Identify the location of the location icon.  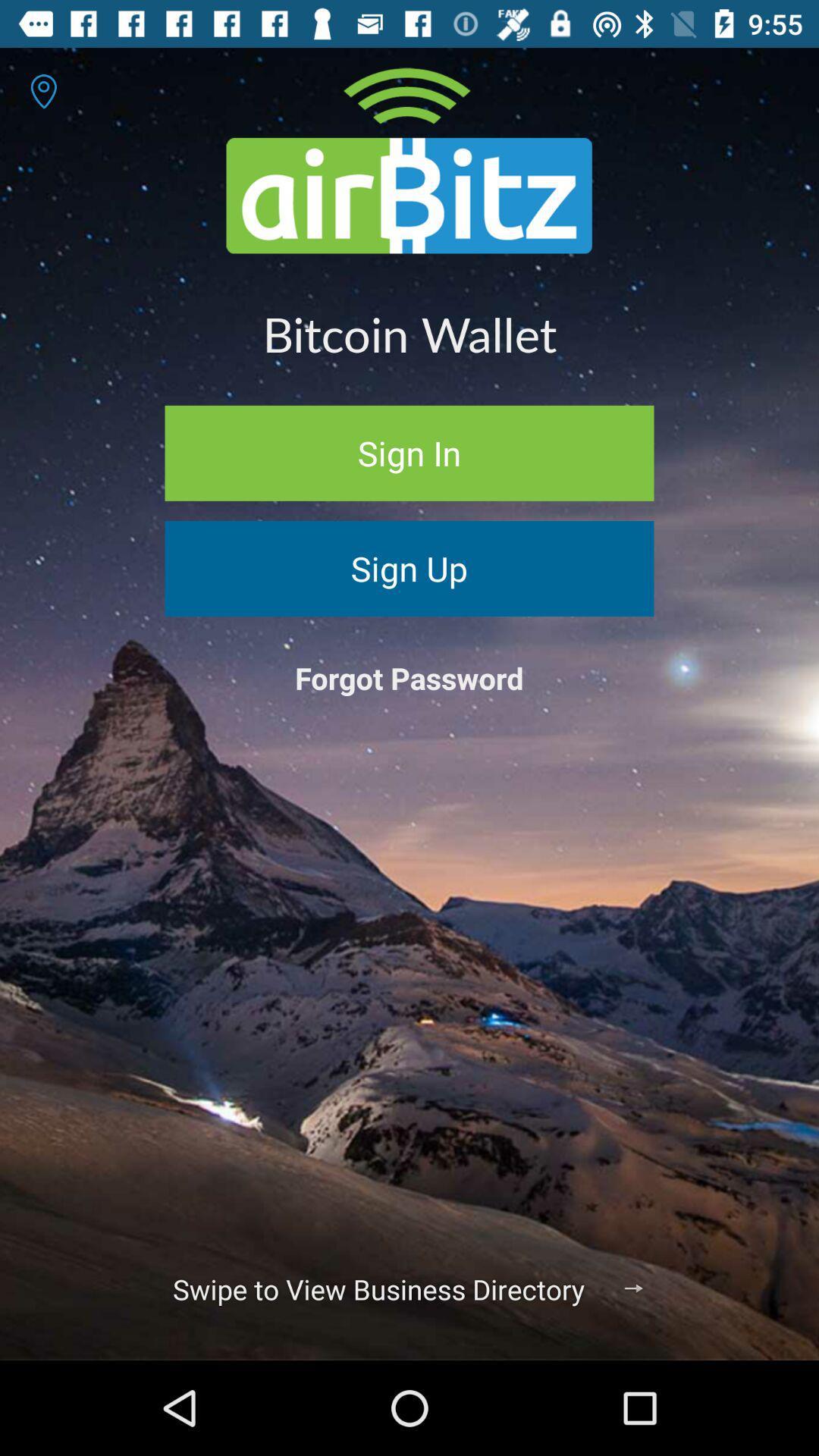
(42, 90).